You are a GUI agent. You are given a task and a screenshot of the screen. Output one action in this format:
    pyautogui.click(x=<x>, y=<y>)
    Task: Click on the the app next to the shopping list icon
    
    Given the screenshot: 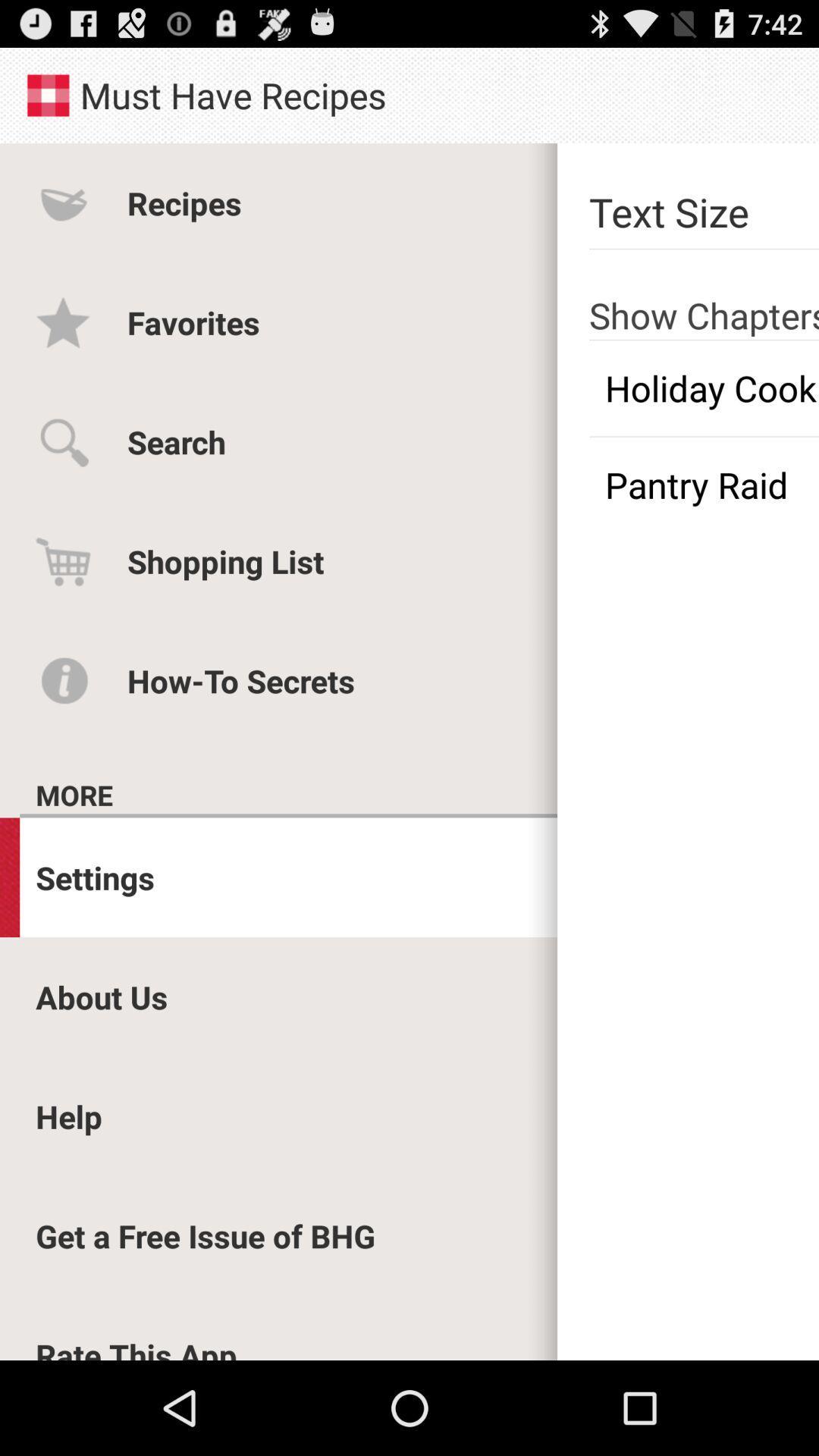 What is the action you would take?
    pyautogui.click(x=704, y=484)
    